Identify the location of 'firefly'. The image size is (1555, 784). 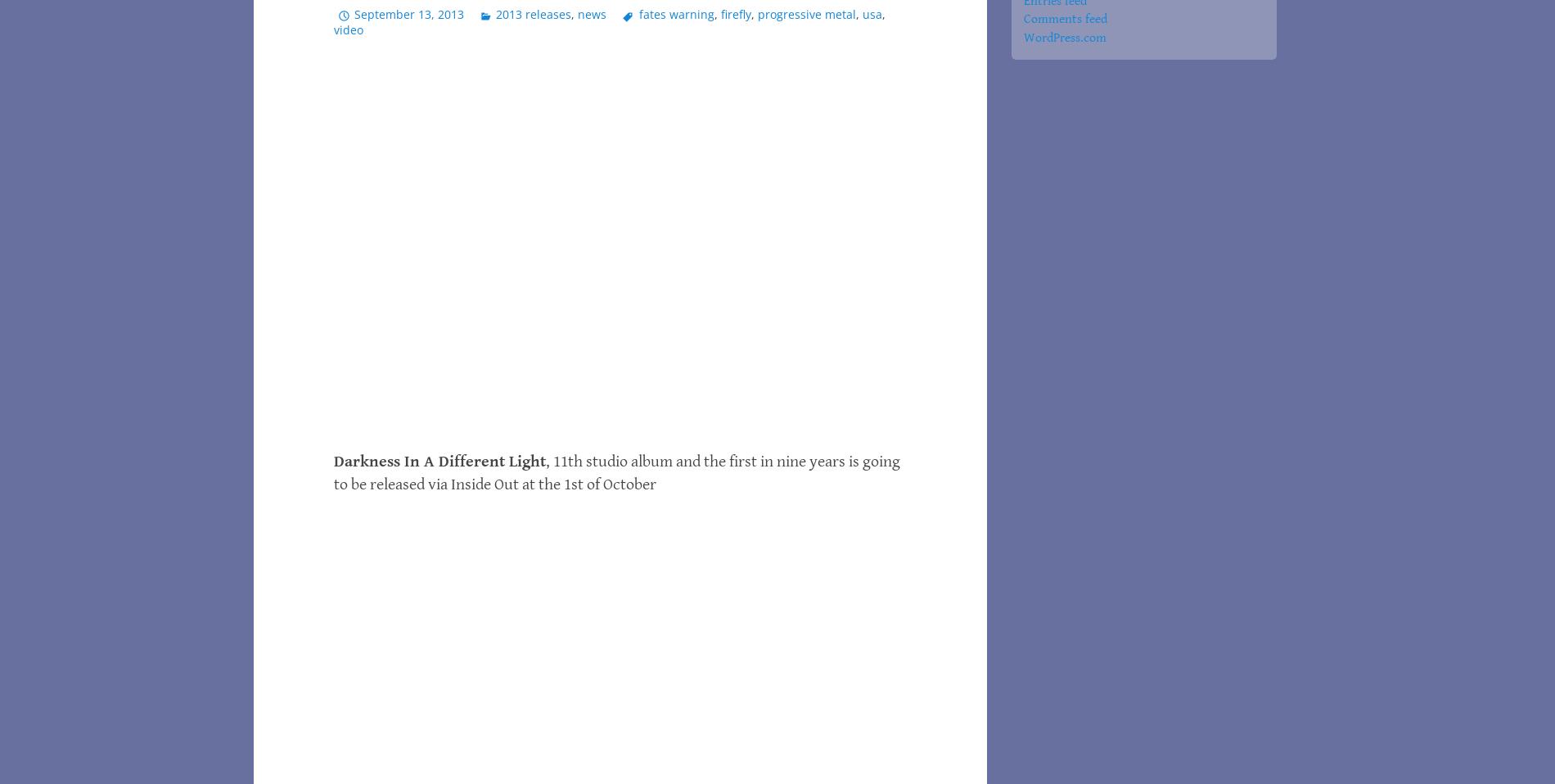
(719, 12).